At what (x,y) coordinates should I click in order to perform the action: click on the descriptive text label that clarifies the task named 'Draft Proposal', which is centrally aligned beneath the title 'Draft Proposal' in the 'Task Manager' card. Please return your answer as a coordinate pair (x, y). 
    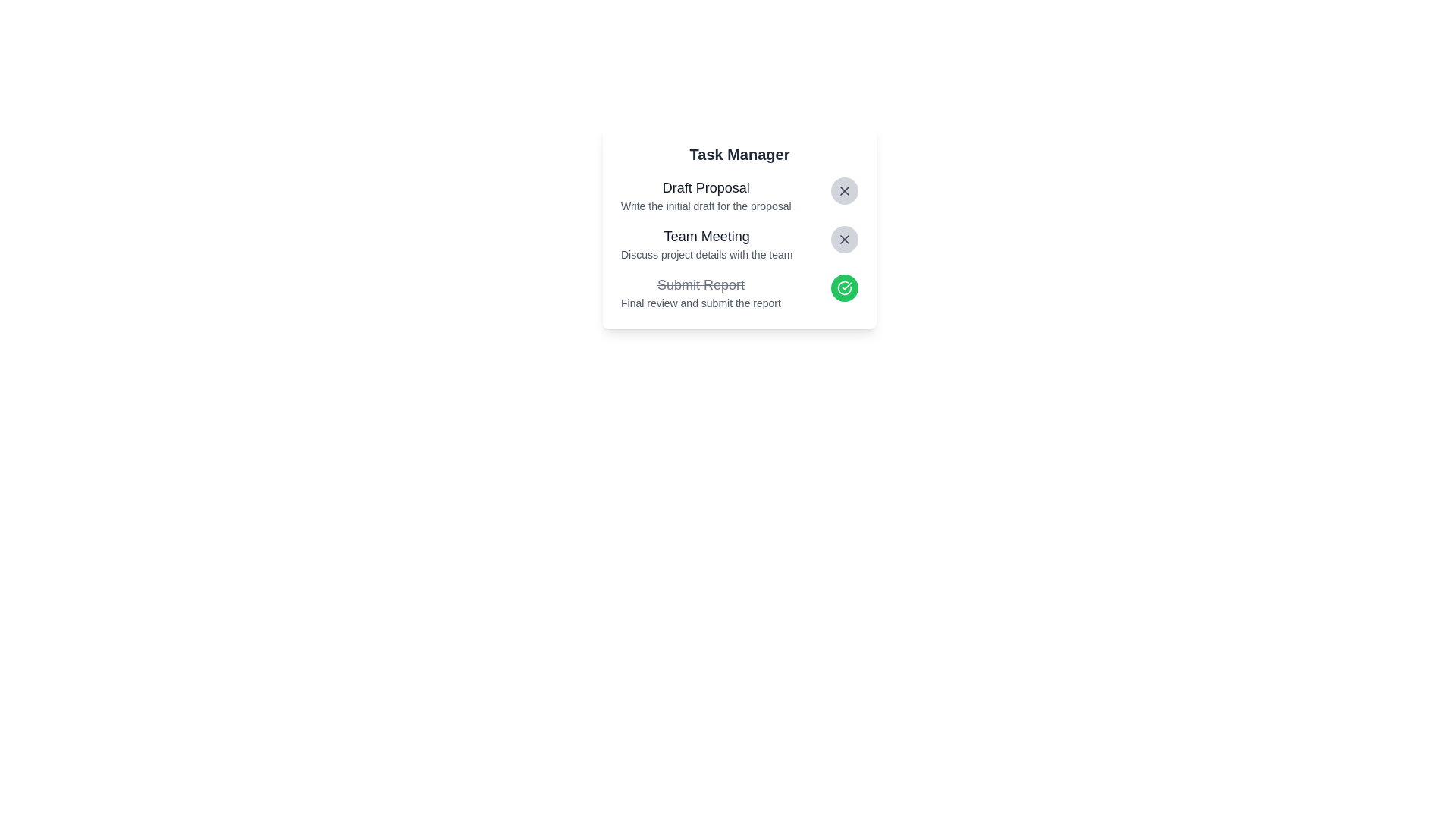
    Looking at the image, I should click on (705, 206).